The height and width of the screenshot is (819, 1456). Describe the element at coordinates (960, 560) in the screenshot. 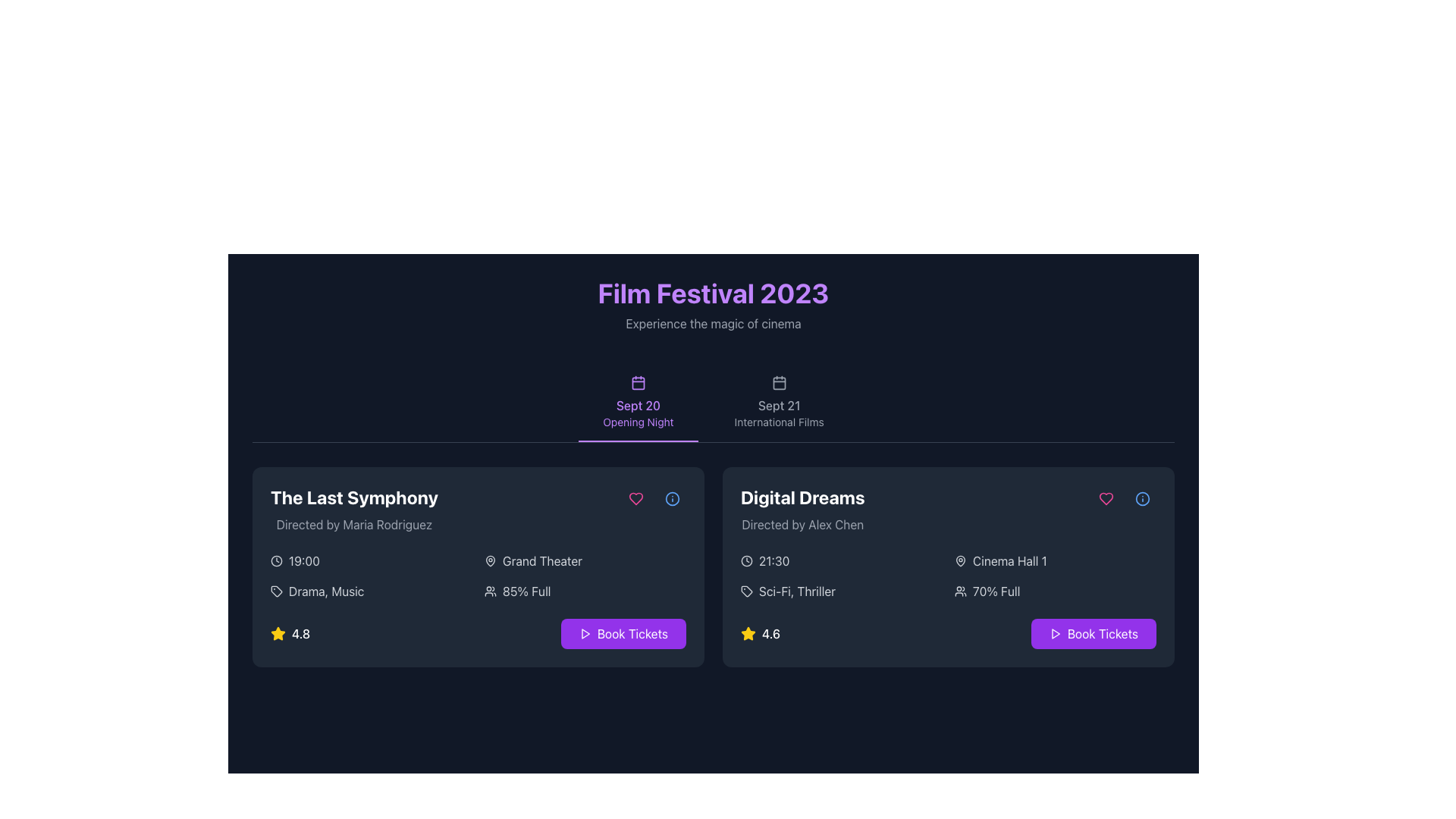

I see `the marker icon representing a point of interest in the 'Cinema Hall 1' section of the 'Digital Dreams' card, located at the middle right section of the layout` at that location.